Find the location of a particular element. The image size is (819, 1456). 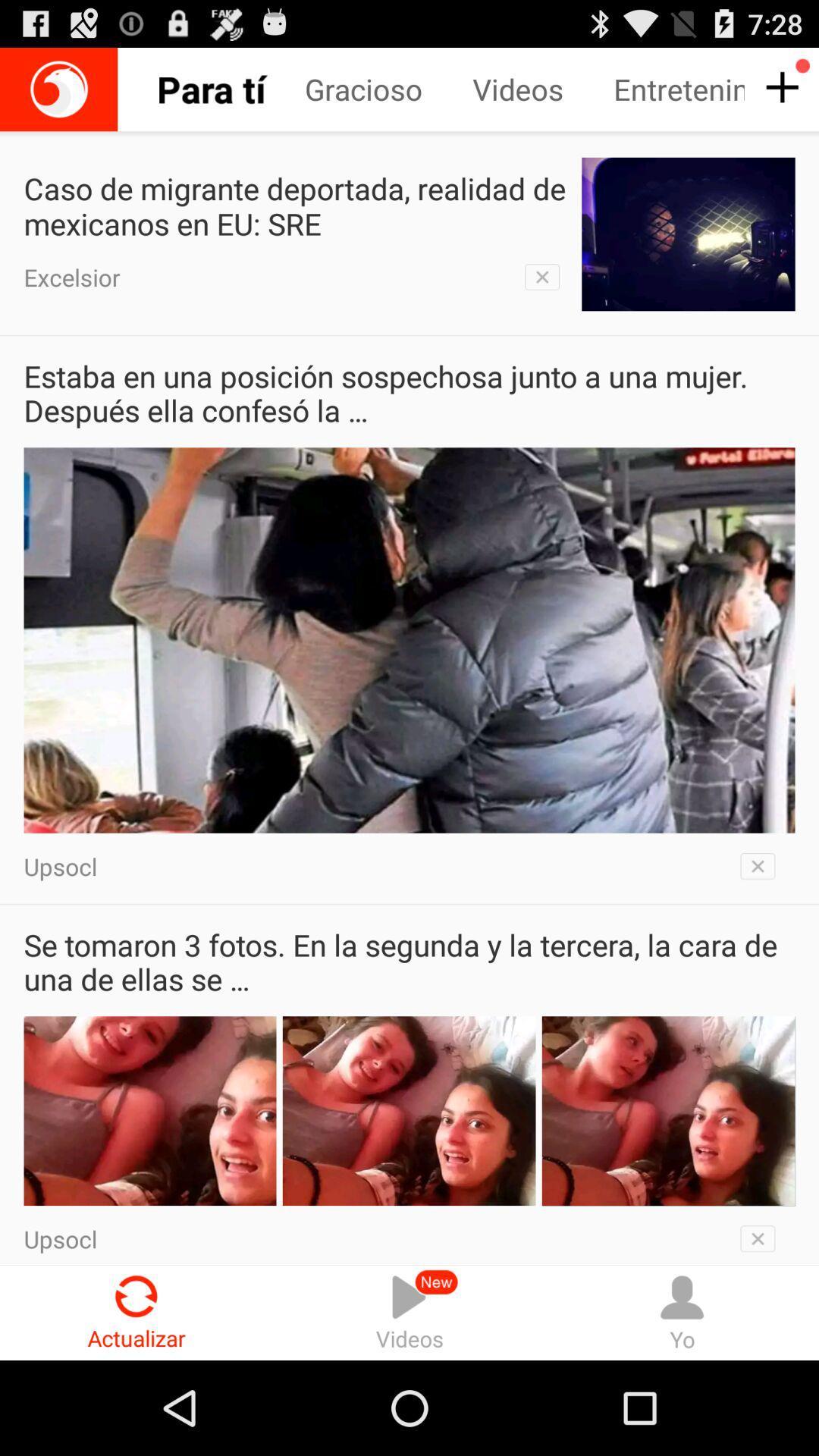

radio button next to the videos radio button is located at coordinates (136, 1312).